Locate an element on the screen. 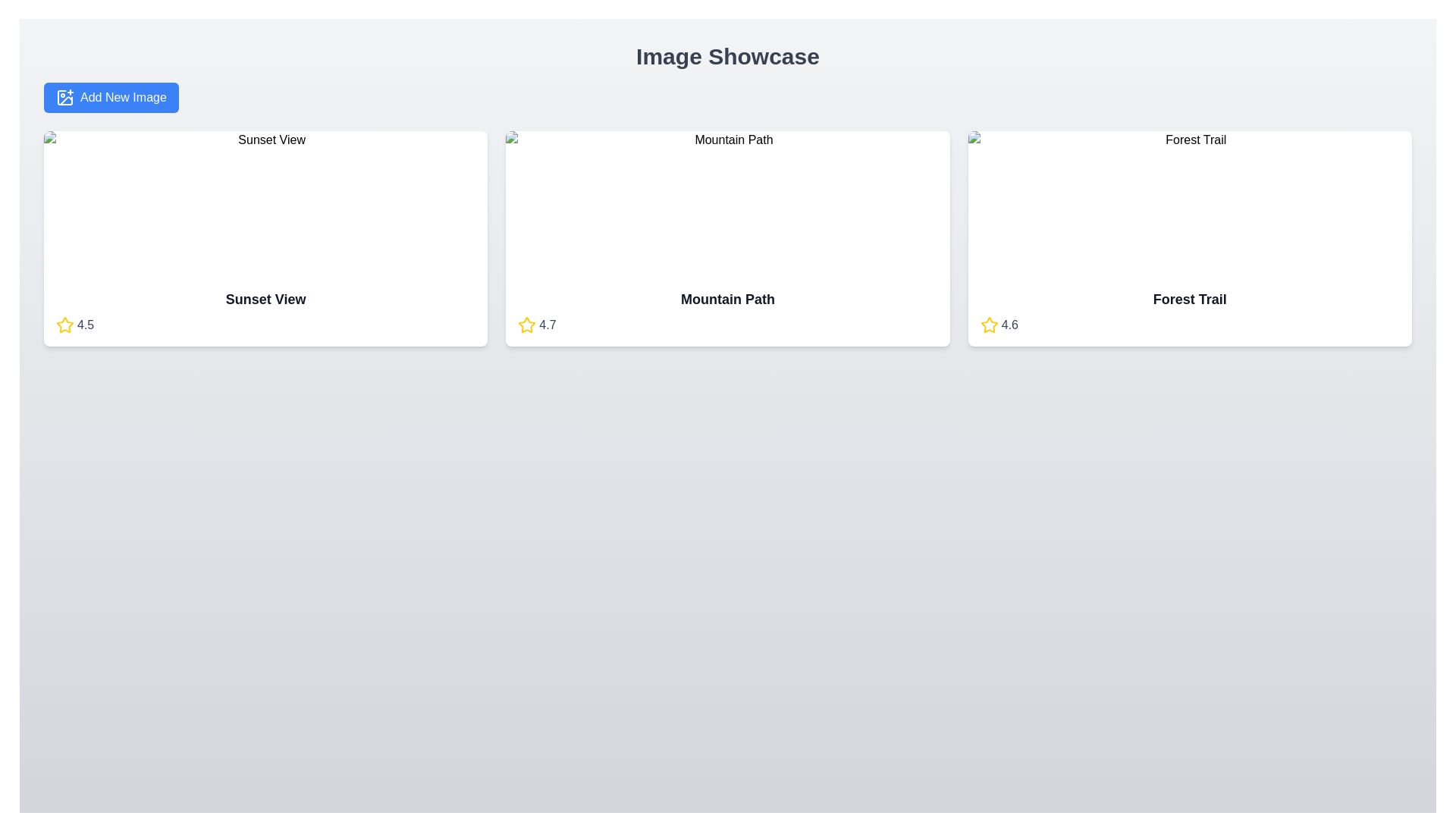 This screenshot has width=1456, height=819. the 'Sunset View' image element located at the top of the card, which serves as an informative or decorative image for the card is located at coordinates (265, 203).